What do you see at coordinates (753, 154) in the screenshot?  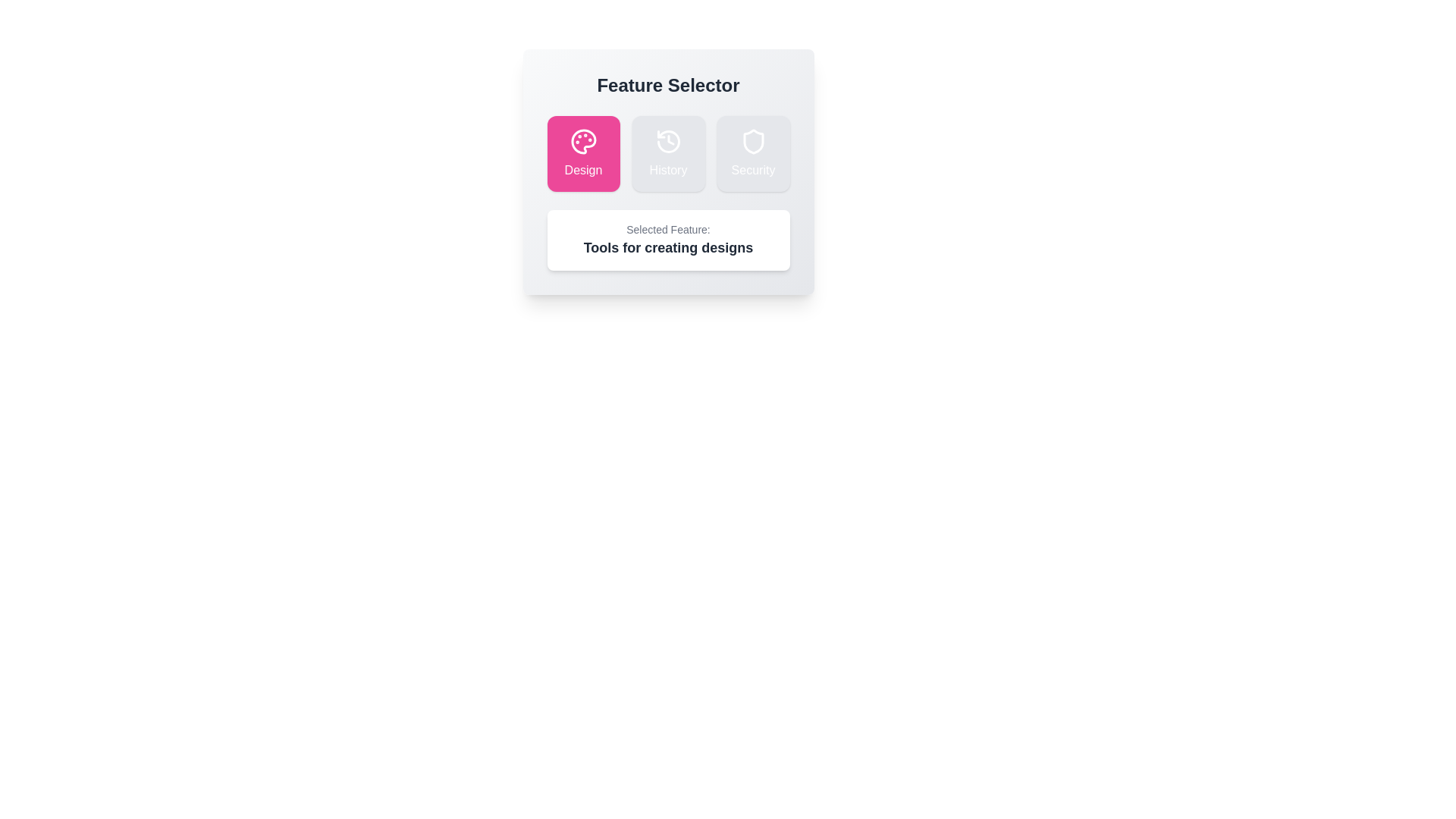 I see `the feature Security by clicking its button` at bounding box center [753, 154].